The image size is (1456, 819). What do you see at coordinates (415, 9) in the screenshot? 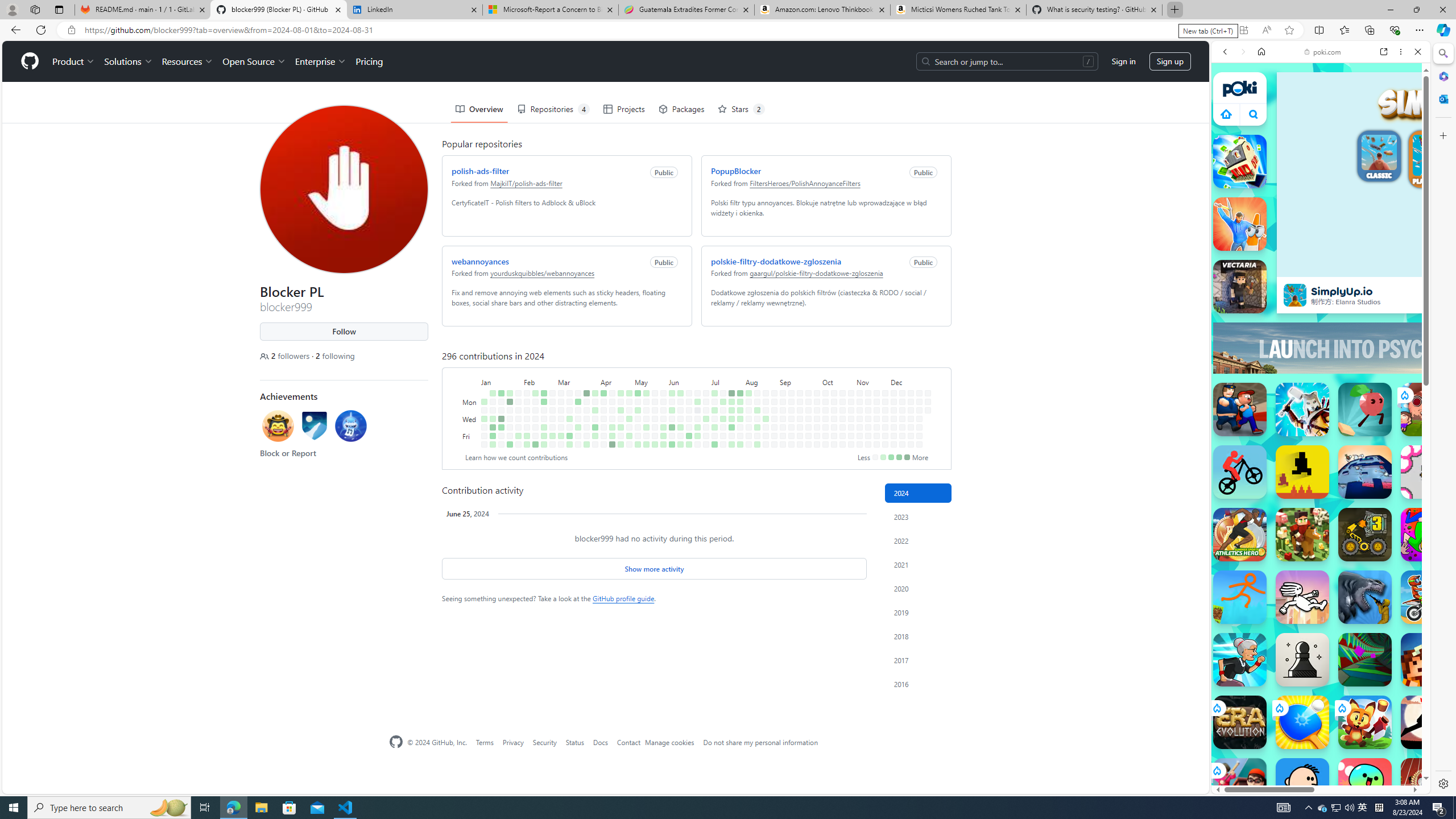
I see `'LinkedIn'` at bounding box center [415, 9].